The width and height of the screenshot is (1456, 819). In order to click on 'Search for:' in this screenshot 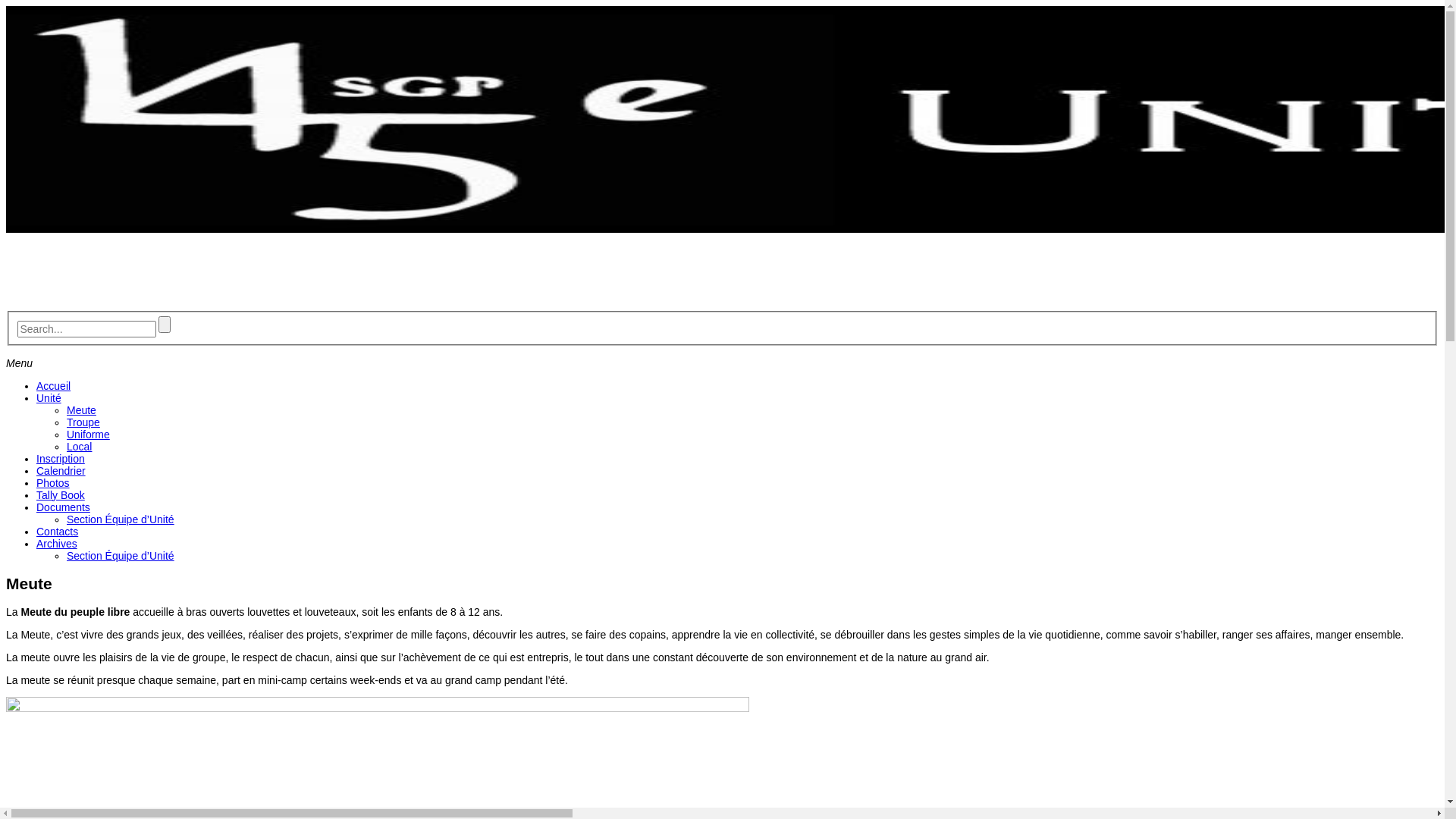, I will do `click(85, 328)`.